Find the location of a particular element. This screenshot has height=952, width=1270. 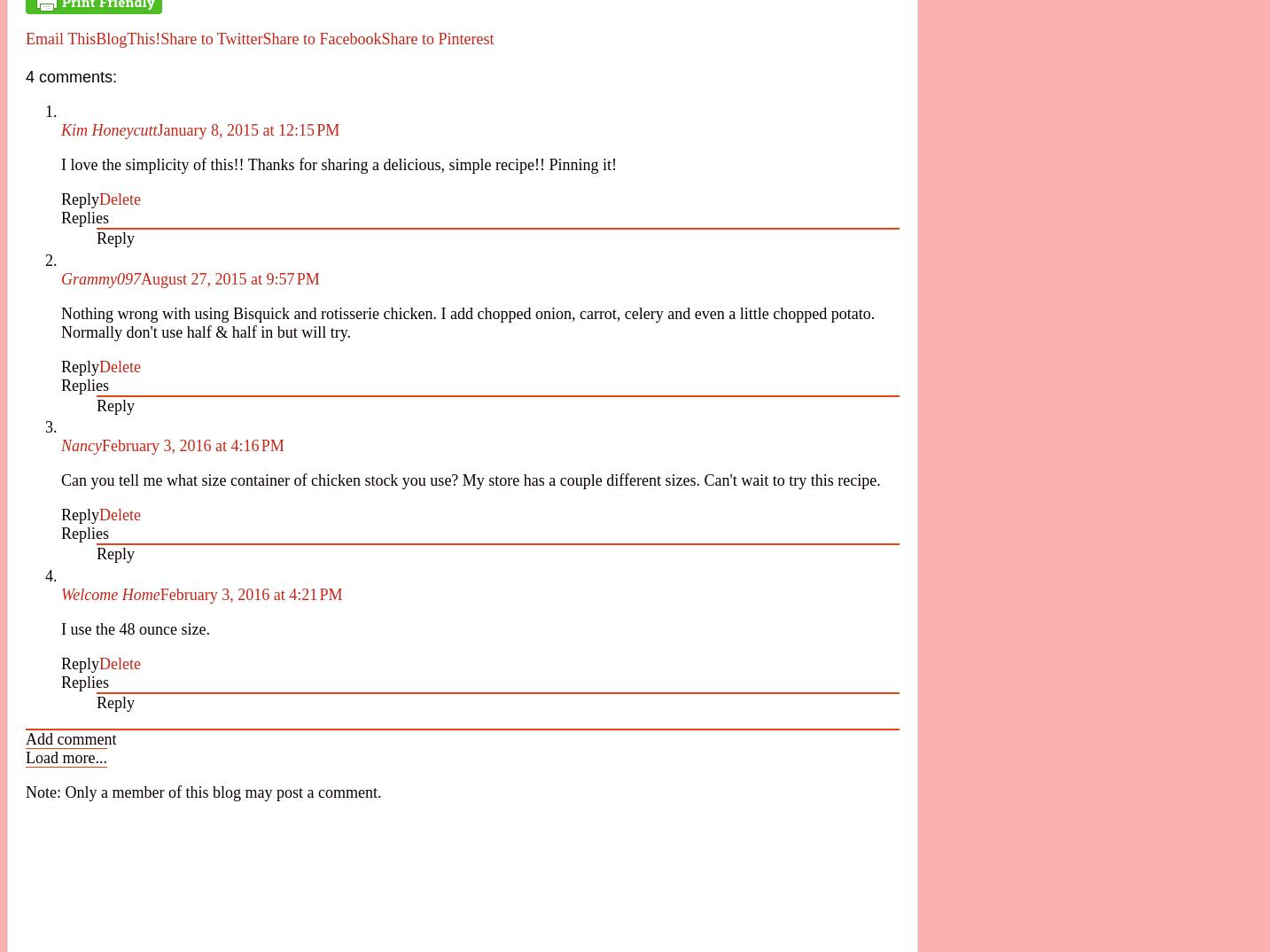

'Share to Pinterest' is located at coordinates (437, 38).